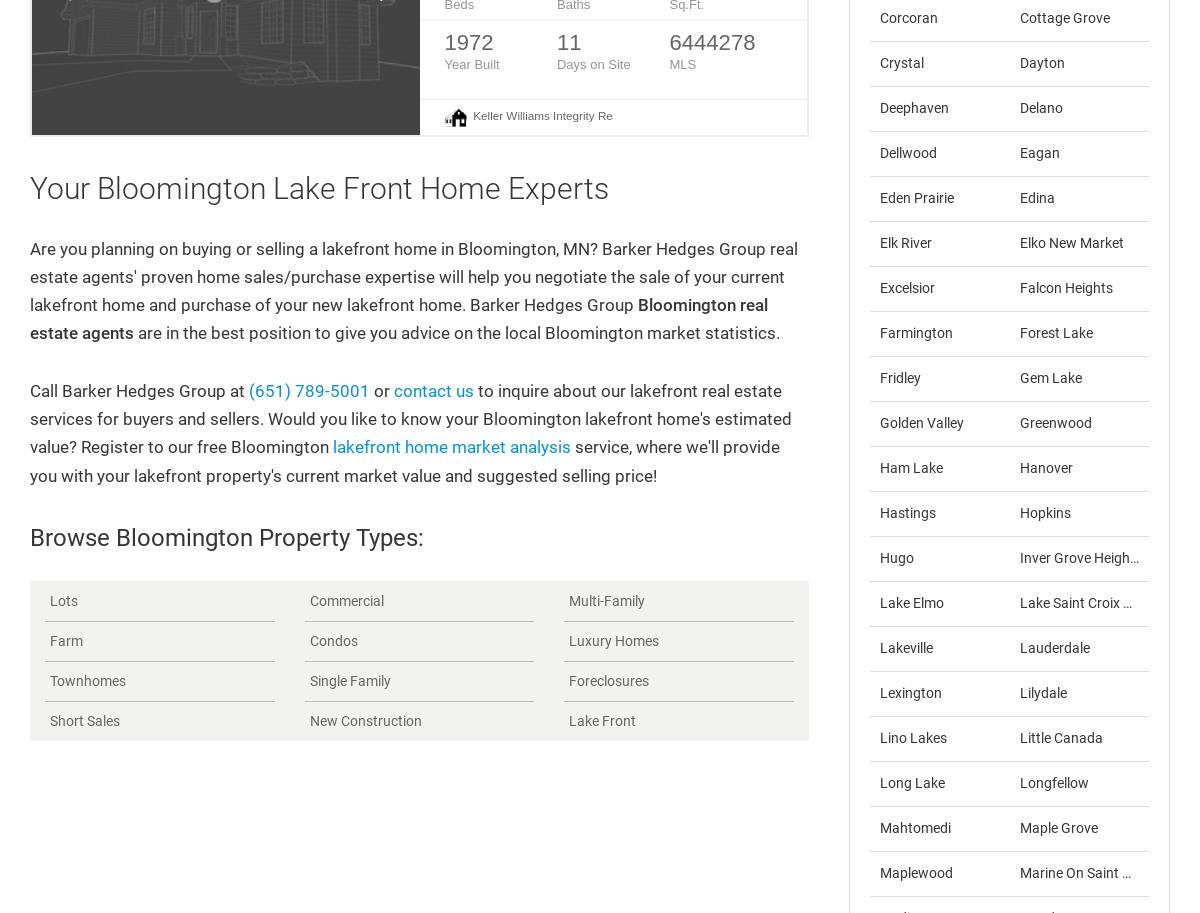  What do you see at coordinates (915, 826) in the screenshot?
I see `'Mahtomedi'` at bounding box center [915, 826].